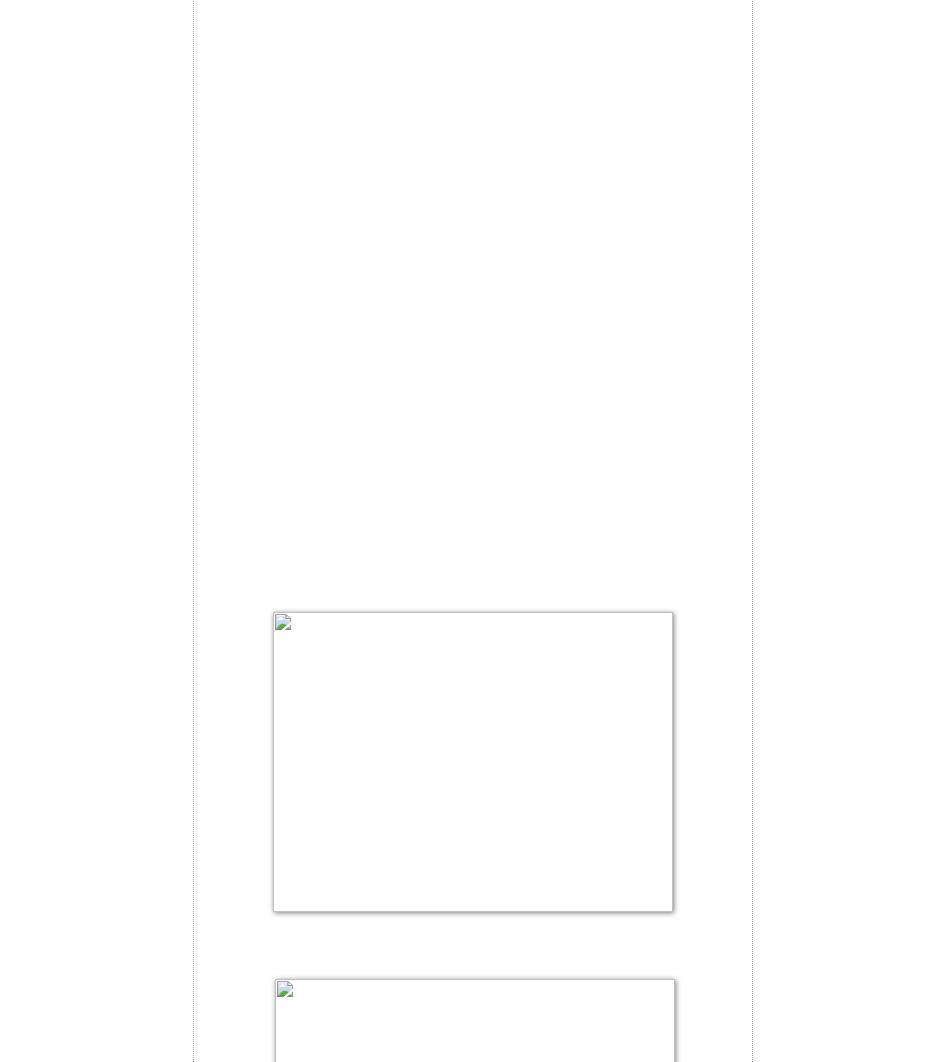 The image size is (948, 1062). I want to click on '5 eggs', so click(230, 114).